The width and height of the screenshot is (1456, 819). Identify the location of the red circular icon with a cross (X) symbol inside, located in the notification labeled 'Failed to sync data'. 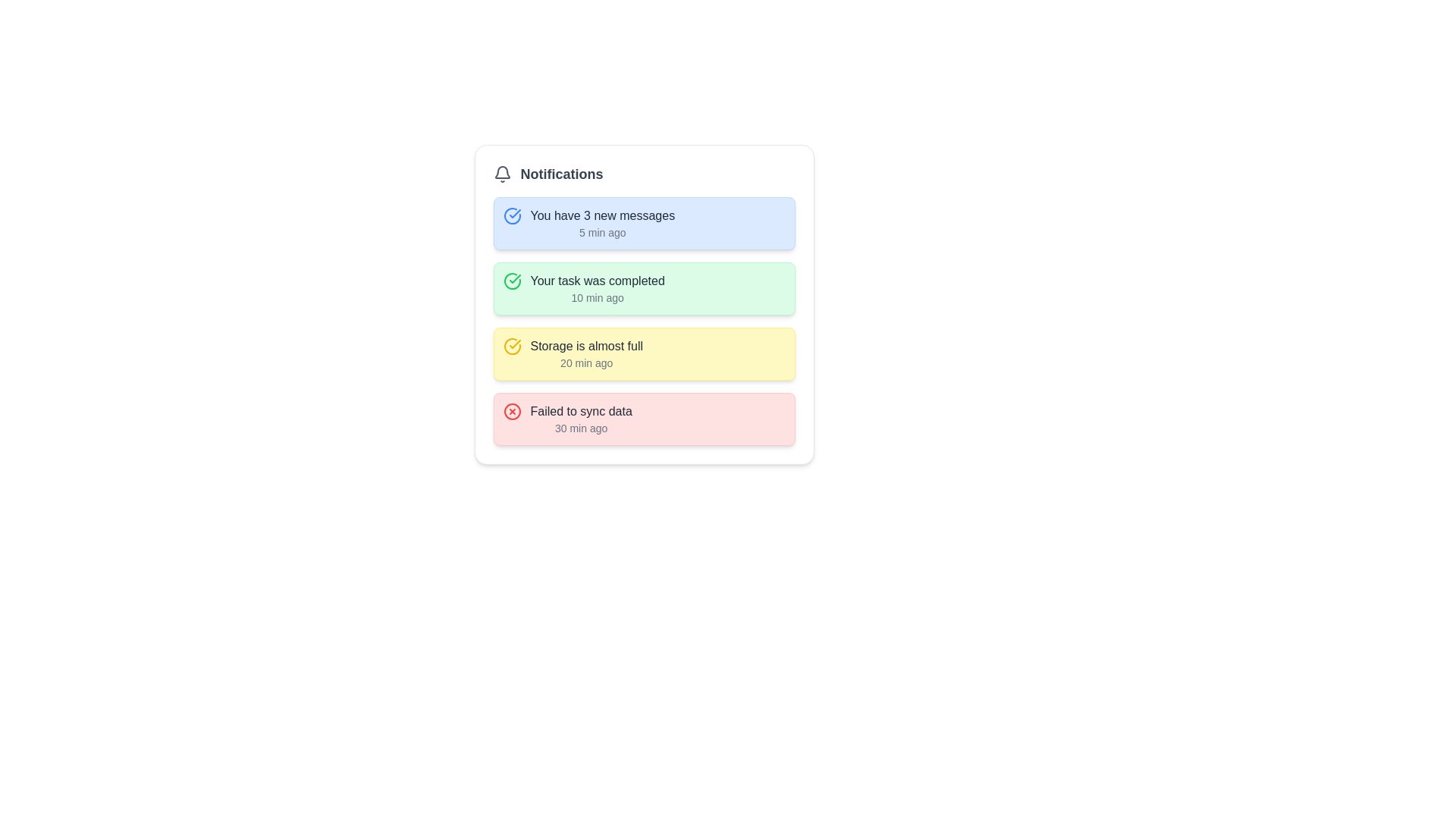
(512, 412).